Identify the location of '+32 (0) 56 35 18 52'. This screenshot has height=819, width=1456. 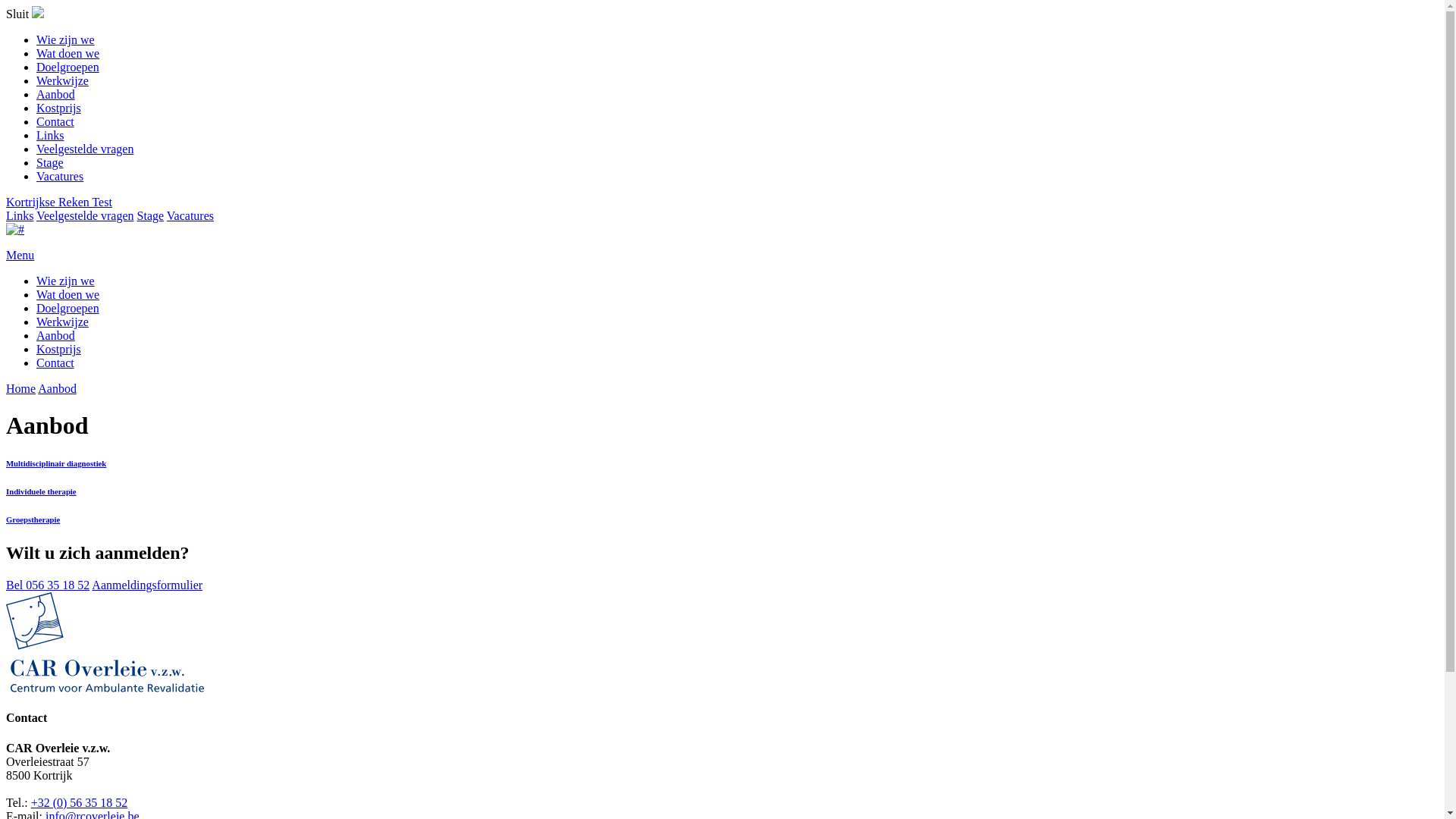
(79, 802).